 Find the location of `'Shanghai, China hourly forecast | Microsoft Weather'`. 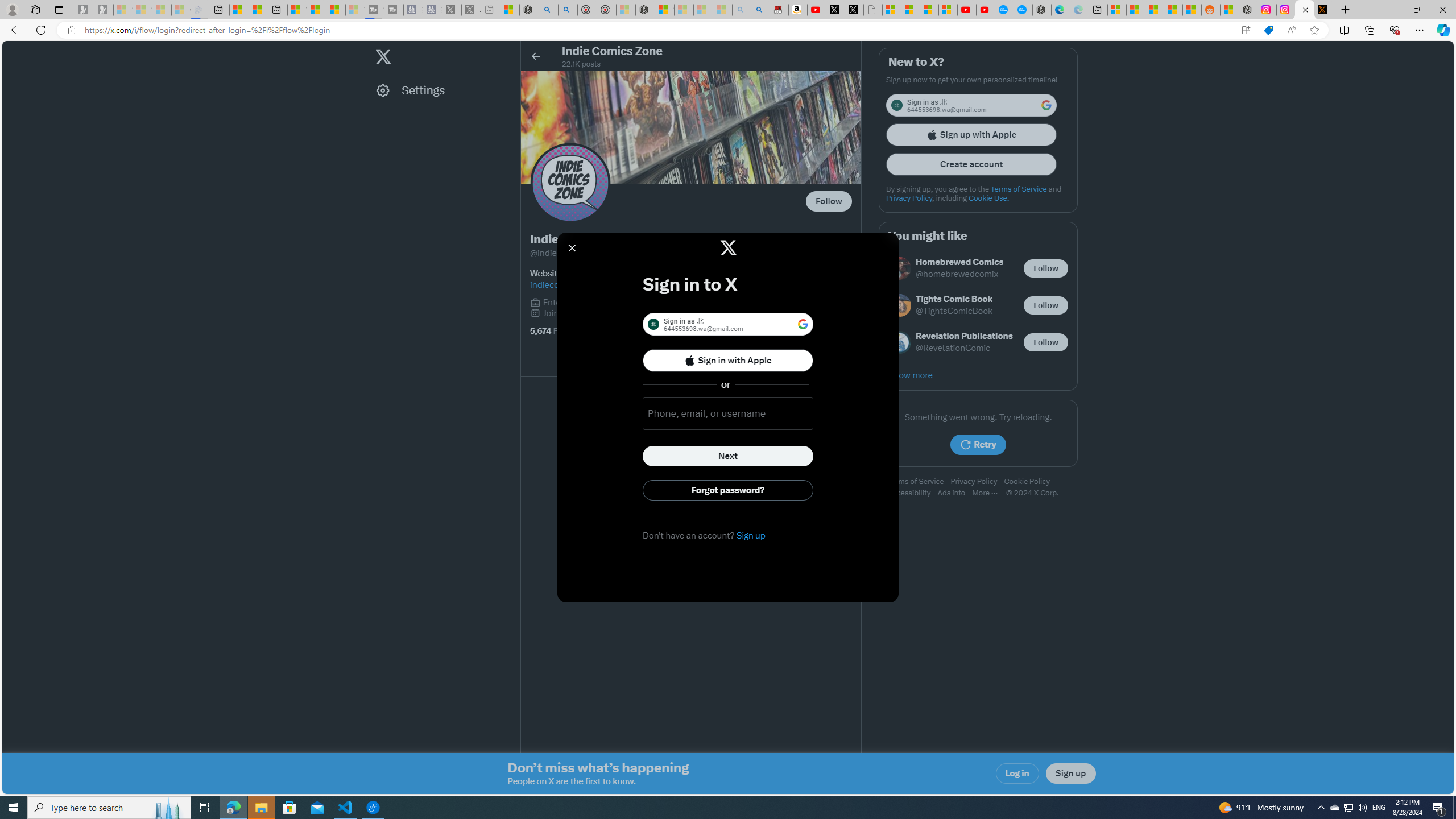

'Shanghai, China hourly forecast | Microsoft Weather' is located at coordinates (1155, 9).